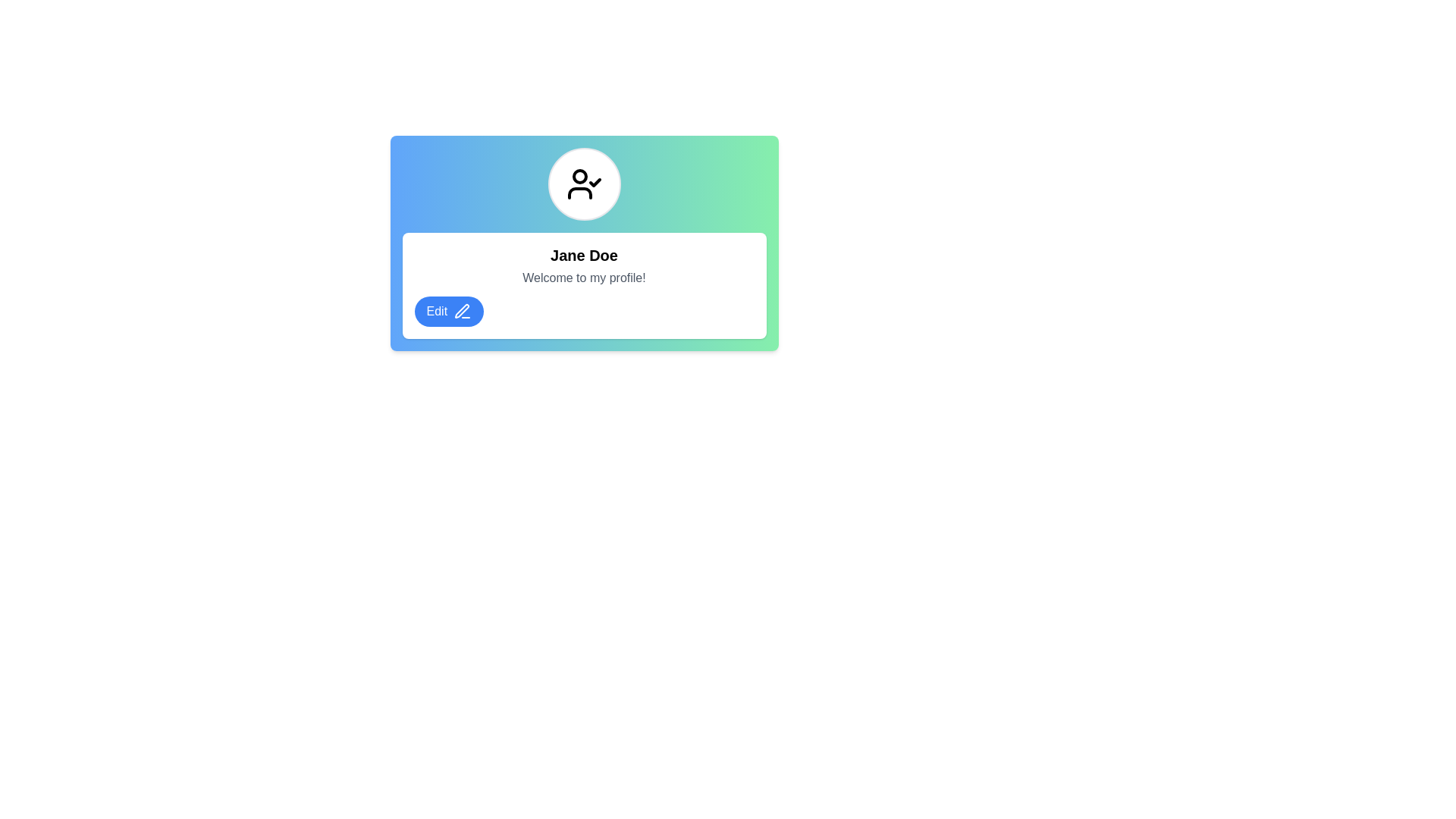 The image size is (1456, 819). I want to click on the pen icon within the blue rounded button labeled 'Edit', so click(462, 311).